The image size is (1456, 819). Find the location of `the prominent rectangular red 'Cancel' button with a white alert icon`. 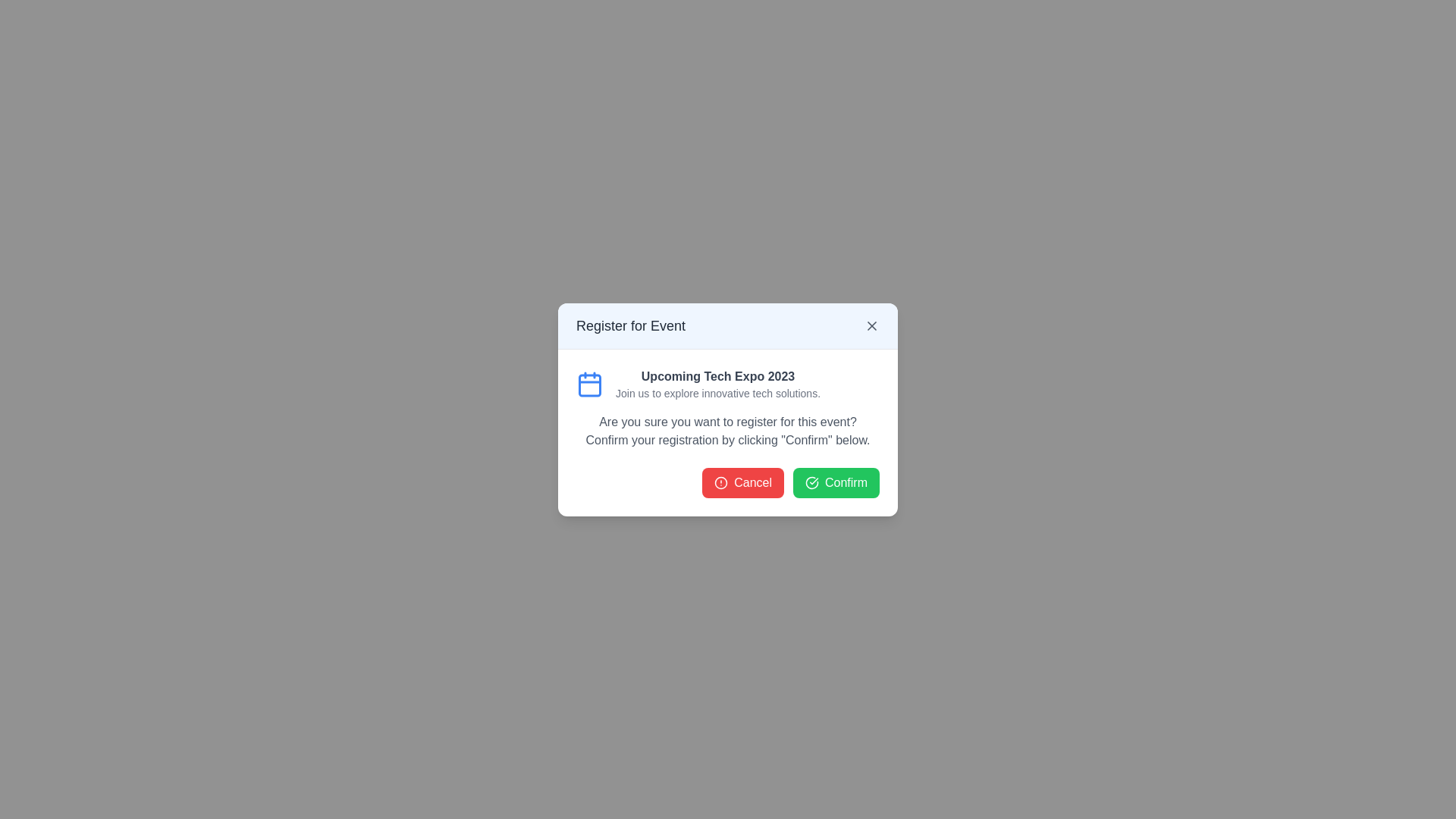

the prominent rectangular red 'Cancel' button with a white alert icon is located at coordinates (743, 482).